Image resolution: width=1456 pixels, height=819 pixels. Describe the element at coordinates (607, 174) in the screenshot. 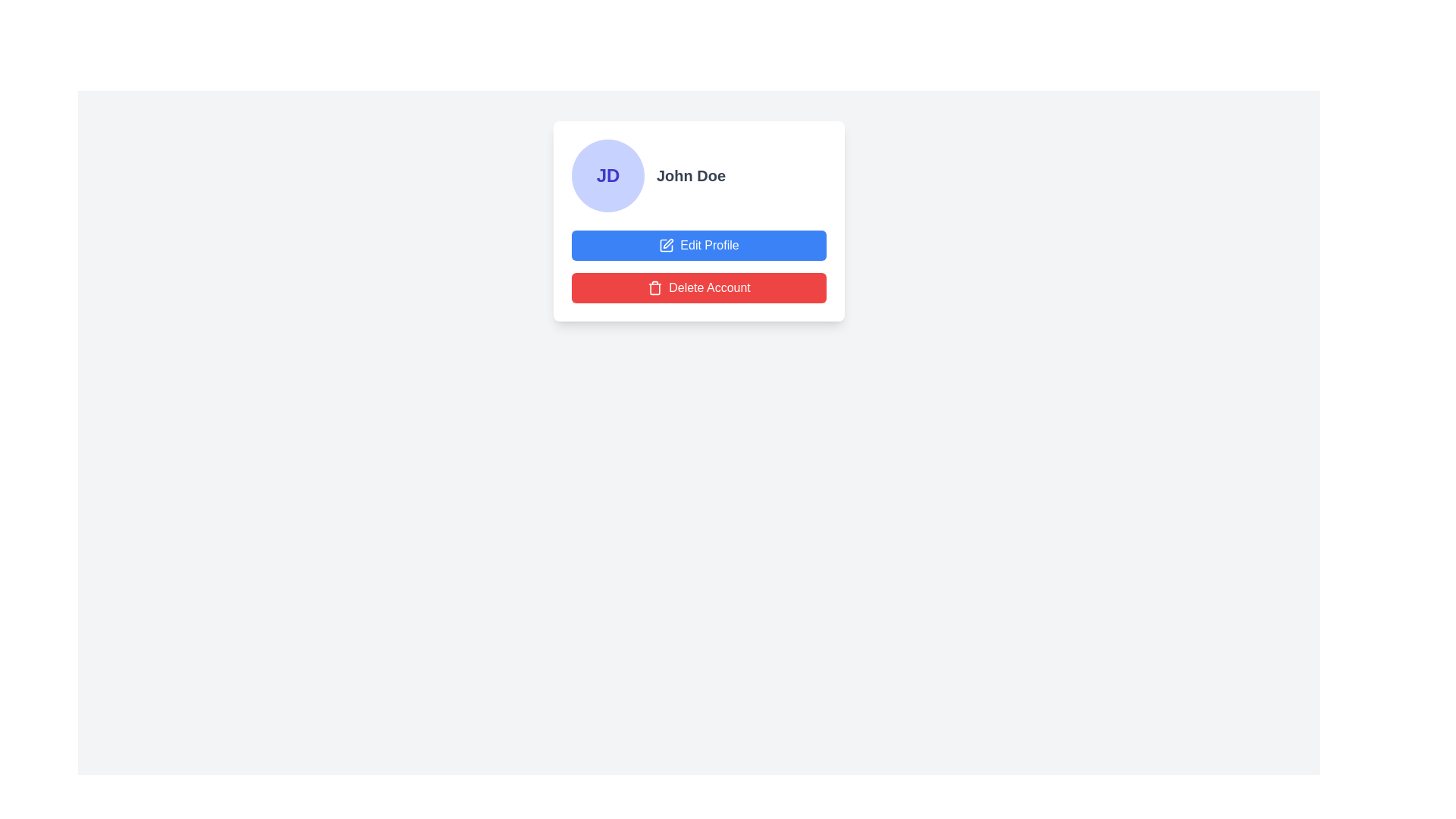

I see `the circular avatar display that shows the initials 'JD' in bold, dark indigo font, used as a user profile indication` at that location.